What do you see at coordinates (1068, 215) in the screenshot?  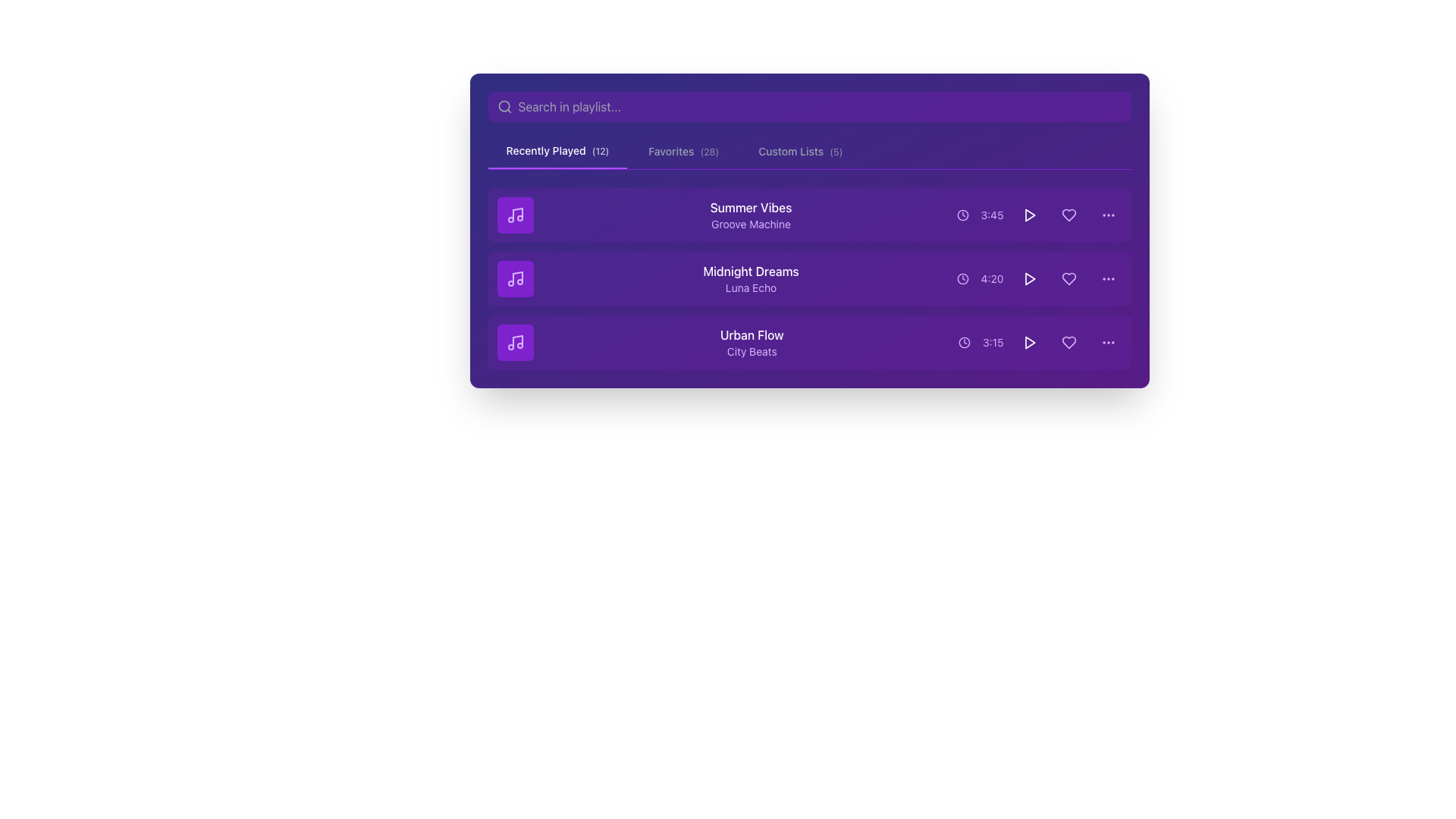 I see `the heart-shaped icon outlined in light purple to like or unlike the 'Summer Vibes' track` at bounding box center [1068, 215].